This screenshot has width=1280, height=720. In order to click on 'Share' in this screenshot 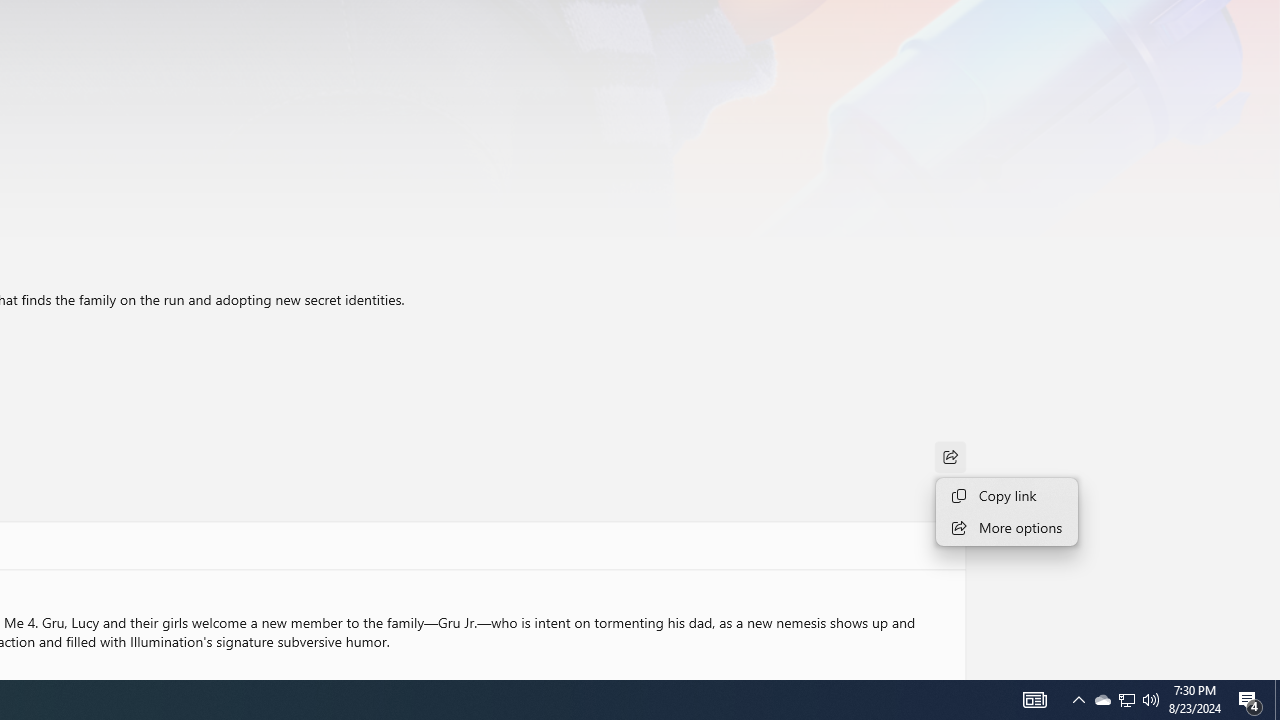, I will do `click(949, 456)`.